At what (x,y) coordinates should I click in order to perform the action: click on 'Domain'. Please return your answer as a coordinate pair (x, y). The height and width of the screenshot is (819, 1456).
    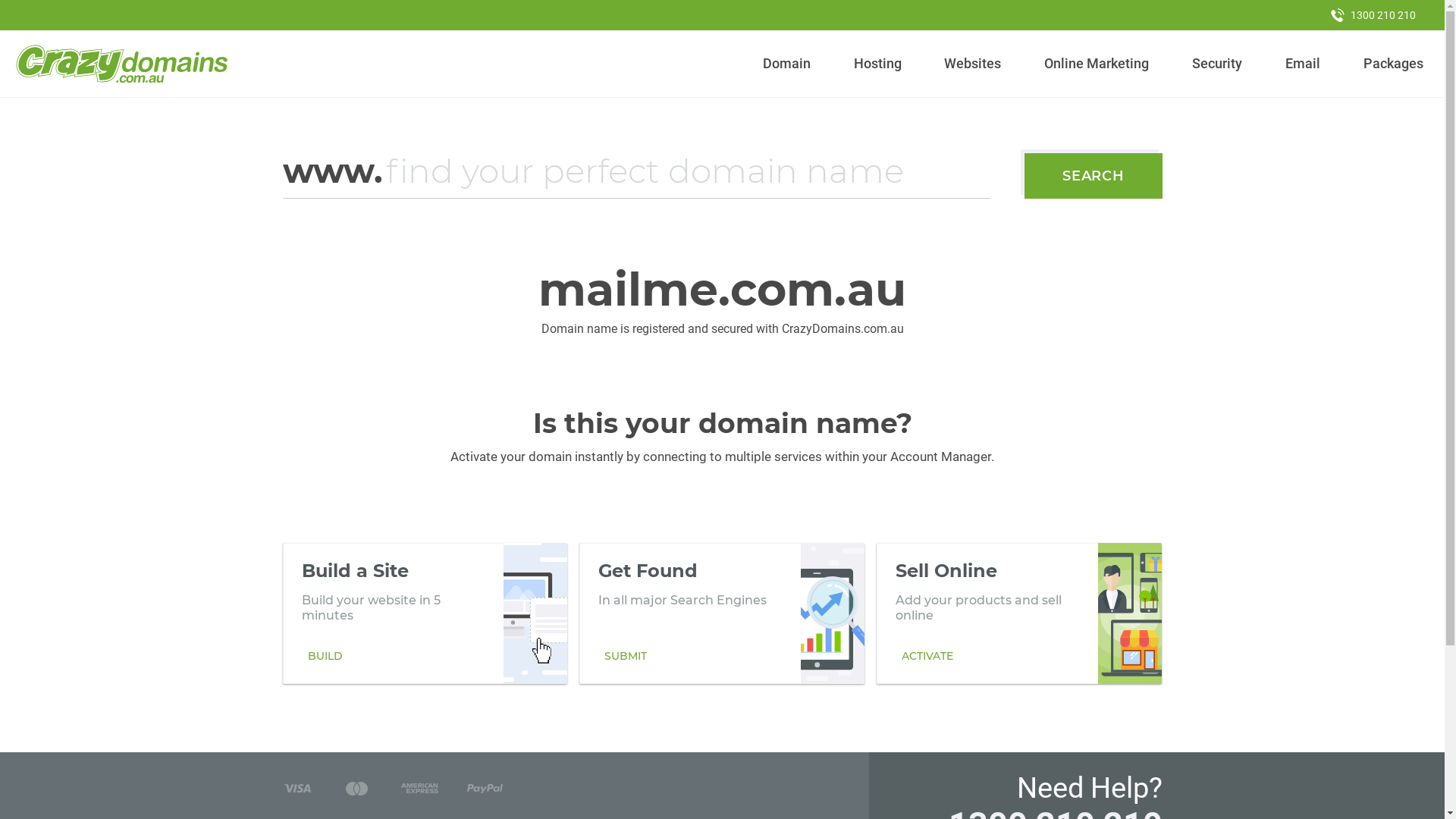
    Looking at the image, I should click on (757, 63).